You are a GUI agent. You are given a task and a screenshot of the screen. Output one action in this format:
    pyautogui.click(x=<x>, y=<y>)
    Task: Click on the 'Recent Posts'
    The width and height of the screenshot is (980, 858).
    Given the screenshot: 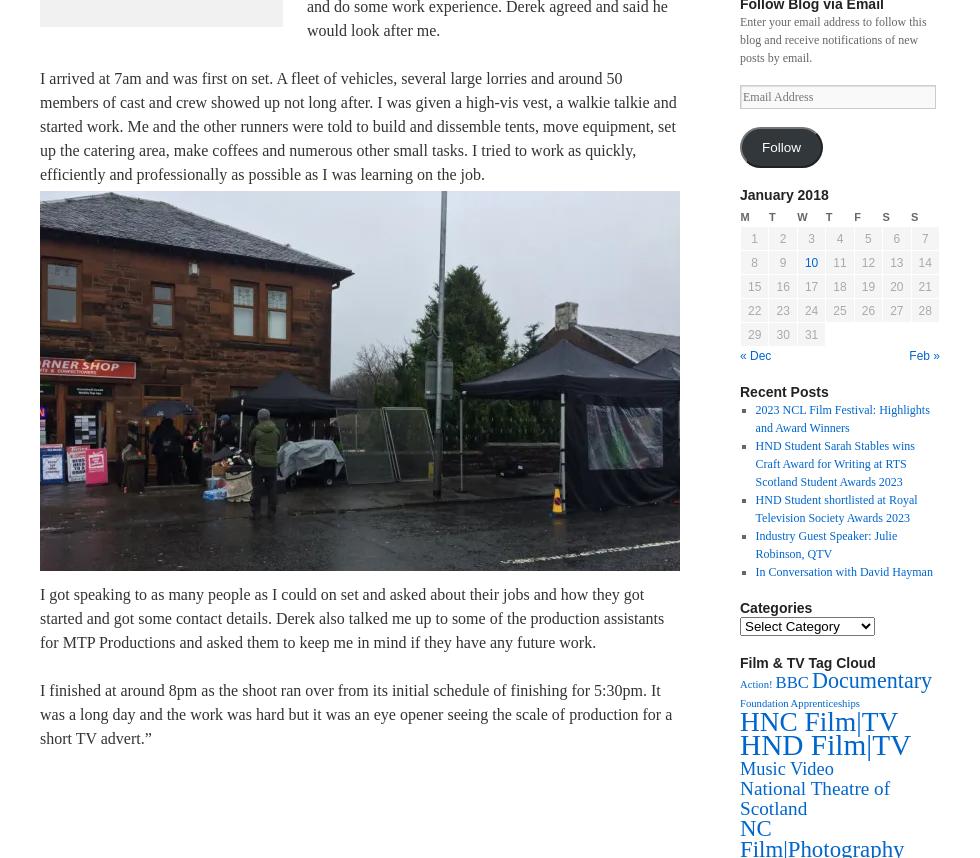 What is the action you would take?
    pyautogui.click(x=784, y=391)
    